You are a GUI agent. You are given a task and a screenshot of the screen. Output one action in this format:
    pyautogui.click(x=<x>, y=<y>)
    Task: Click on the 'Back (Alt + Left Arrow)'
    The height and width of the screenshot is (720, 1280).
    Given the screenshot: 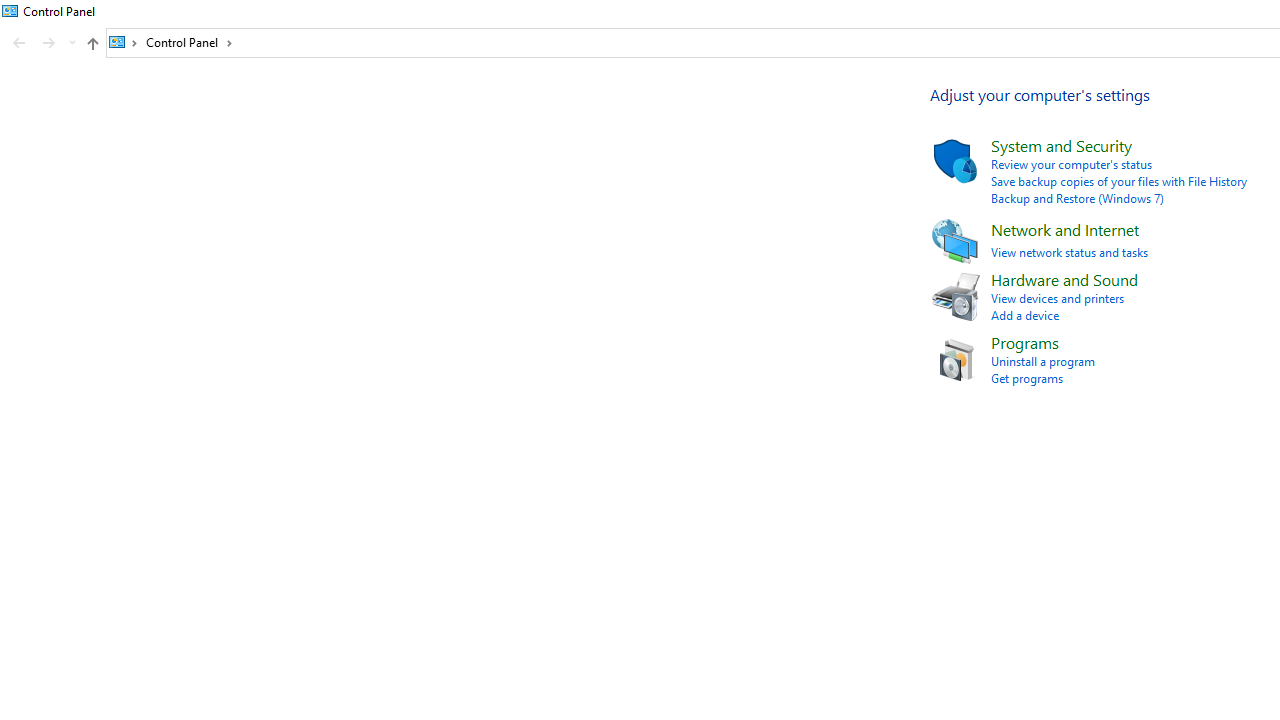 What is the action you would take?
    pyautogui.click(x=19, y=43)
    